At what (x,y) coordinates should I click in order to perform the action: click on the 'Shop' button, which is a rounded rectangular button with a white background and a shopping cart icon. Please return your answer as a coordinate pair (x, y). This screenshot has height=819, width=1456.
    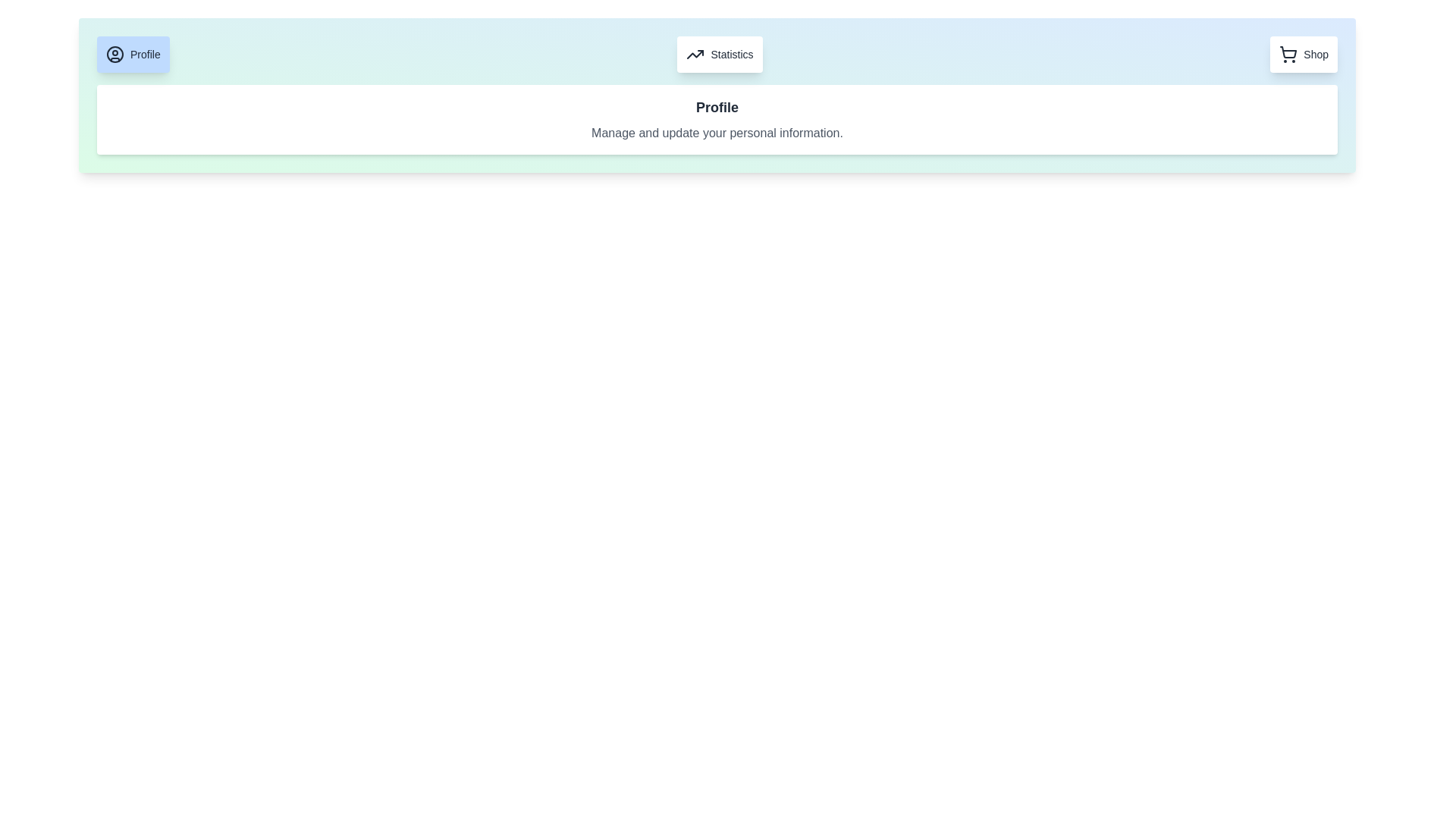
    Looking at the image, I should click on (1303, 54).